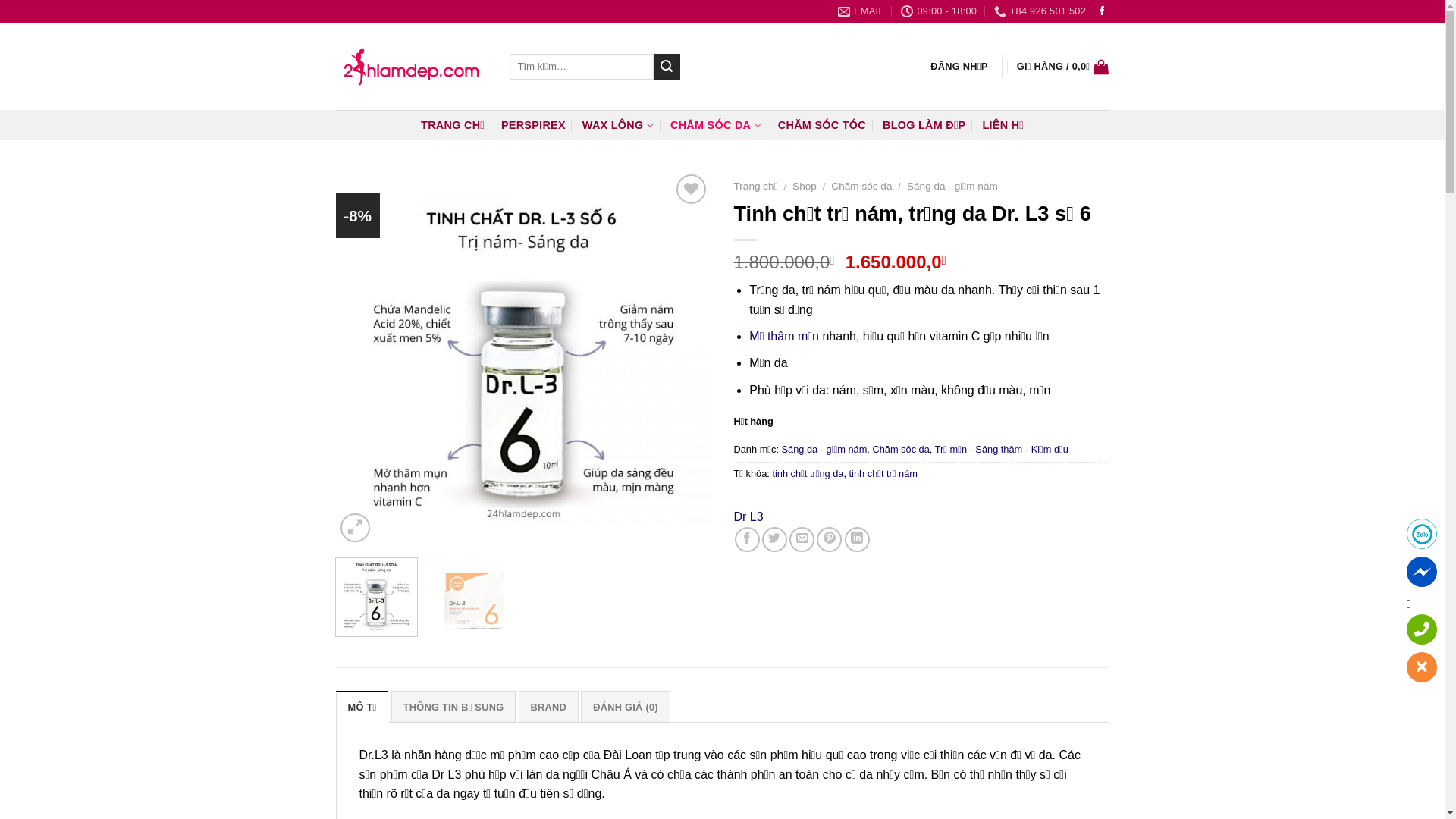 The height and width of the screenshot is (819, 1456). I want to click on 'Follow on Facebook', so click(1102, 11).